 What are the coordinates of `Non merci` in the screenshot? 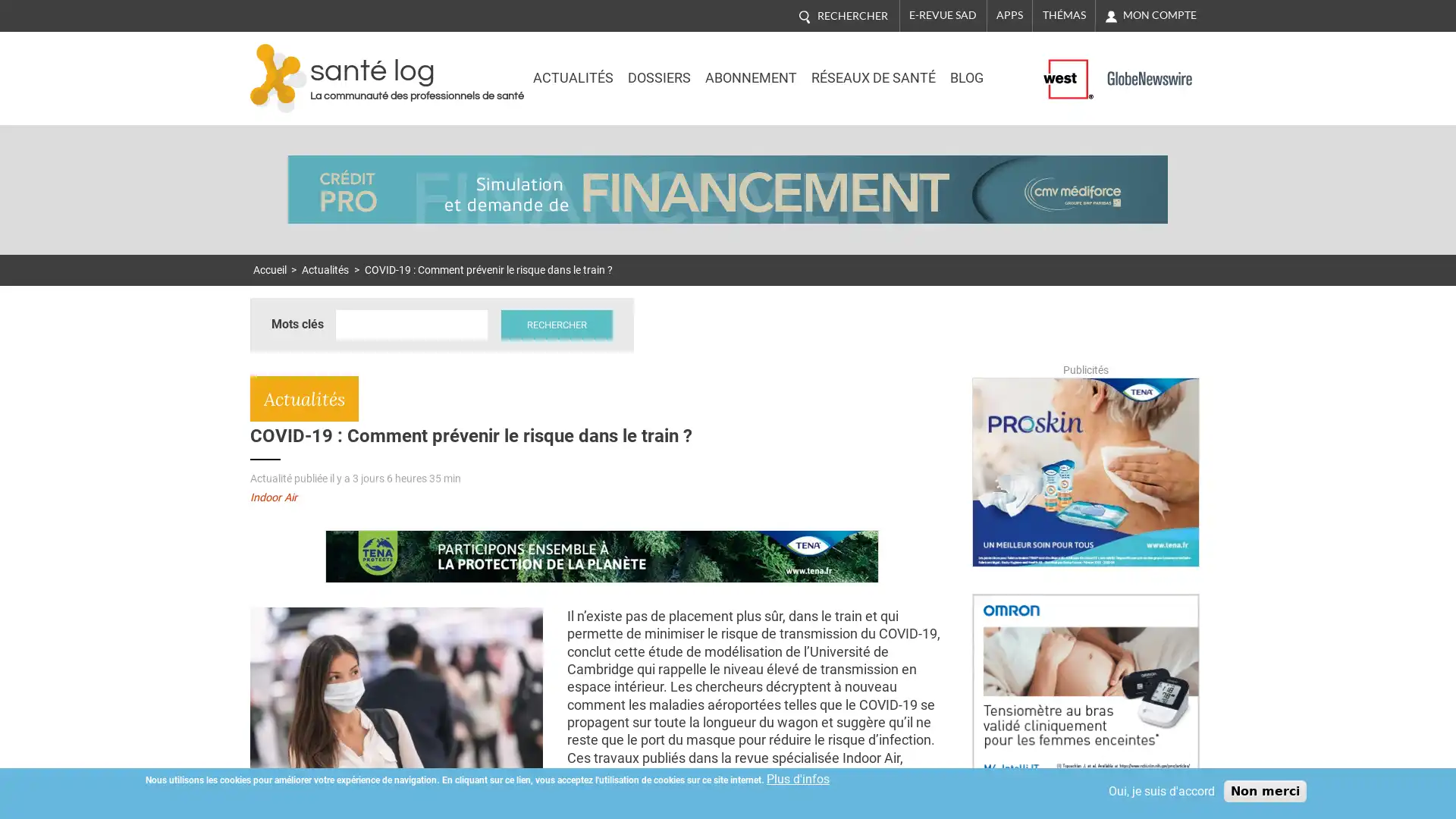 It's located at (1265, 790).